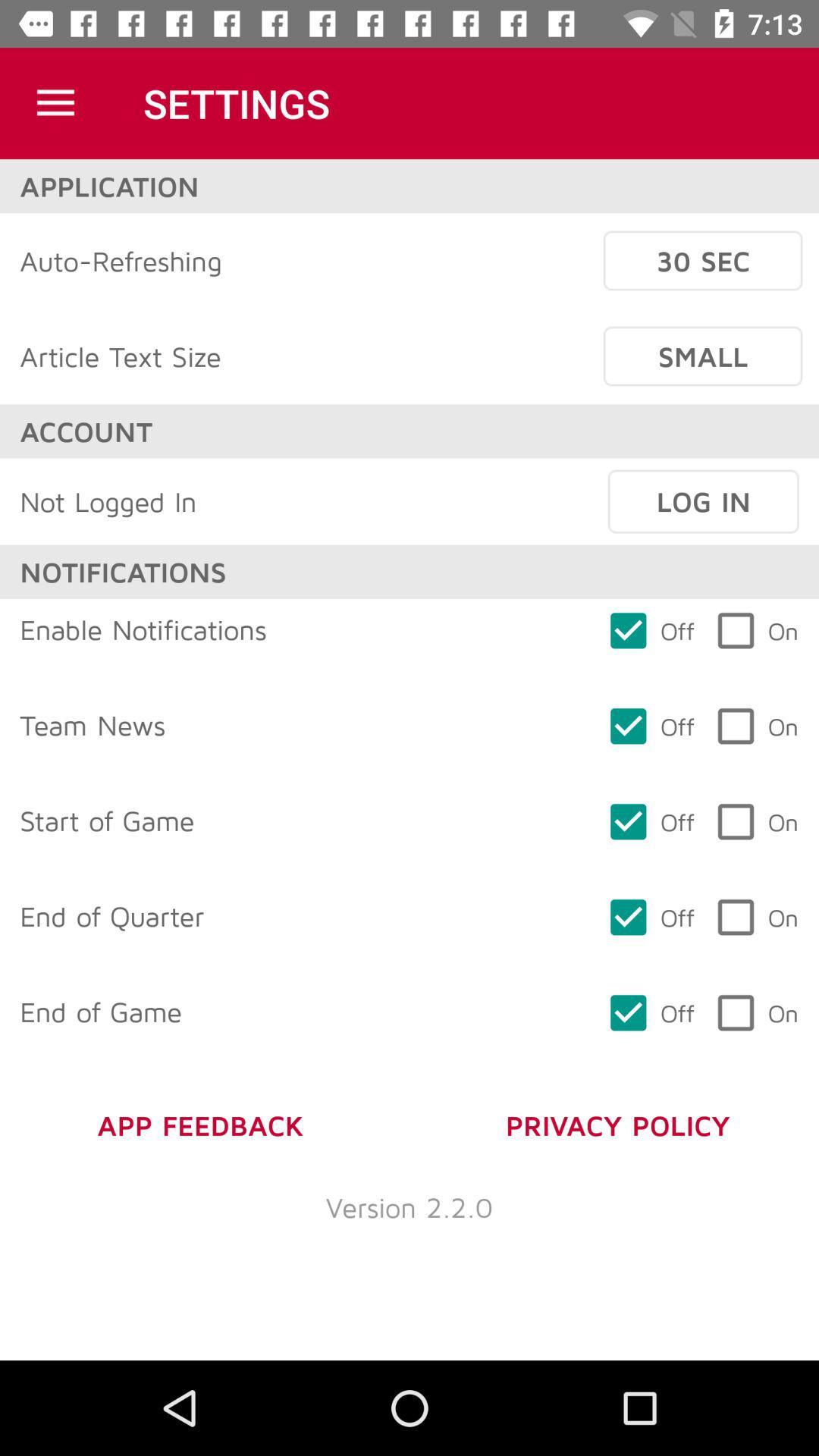 This screenshot has width=819, height=1456. I want to click on the item above application, so click(55, 102).